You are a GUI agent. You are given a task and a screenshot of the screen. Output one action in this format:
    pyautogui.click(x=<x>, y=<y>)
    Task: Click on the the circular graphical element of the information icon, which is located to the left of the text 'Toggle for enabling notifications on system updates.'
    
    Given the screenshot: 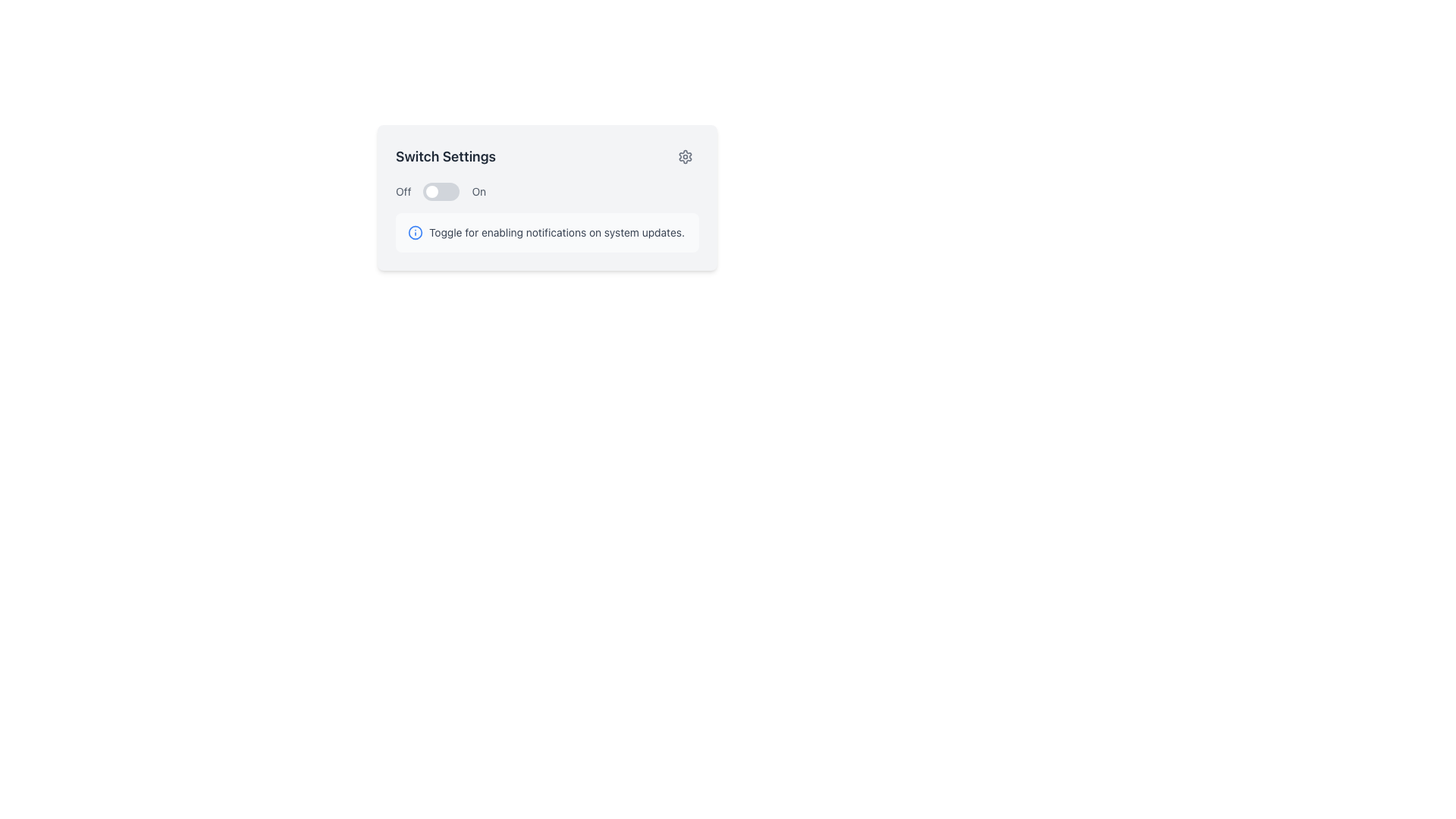 What is the action you would take?
    pyautogui.click(x=415, y=233)
    